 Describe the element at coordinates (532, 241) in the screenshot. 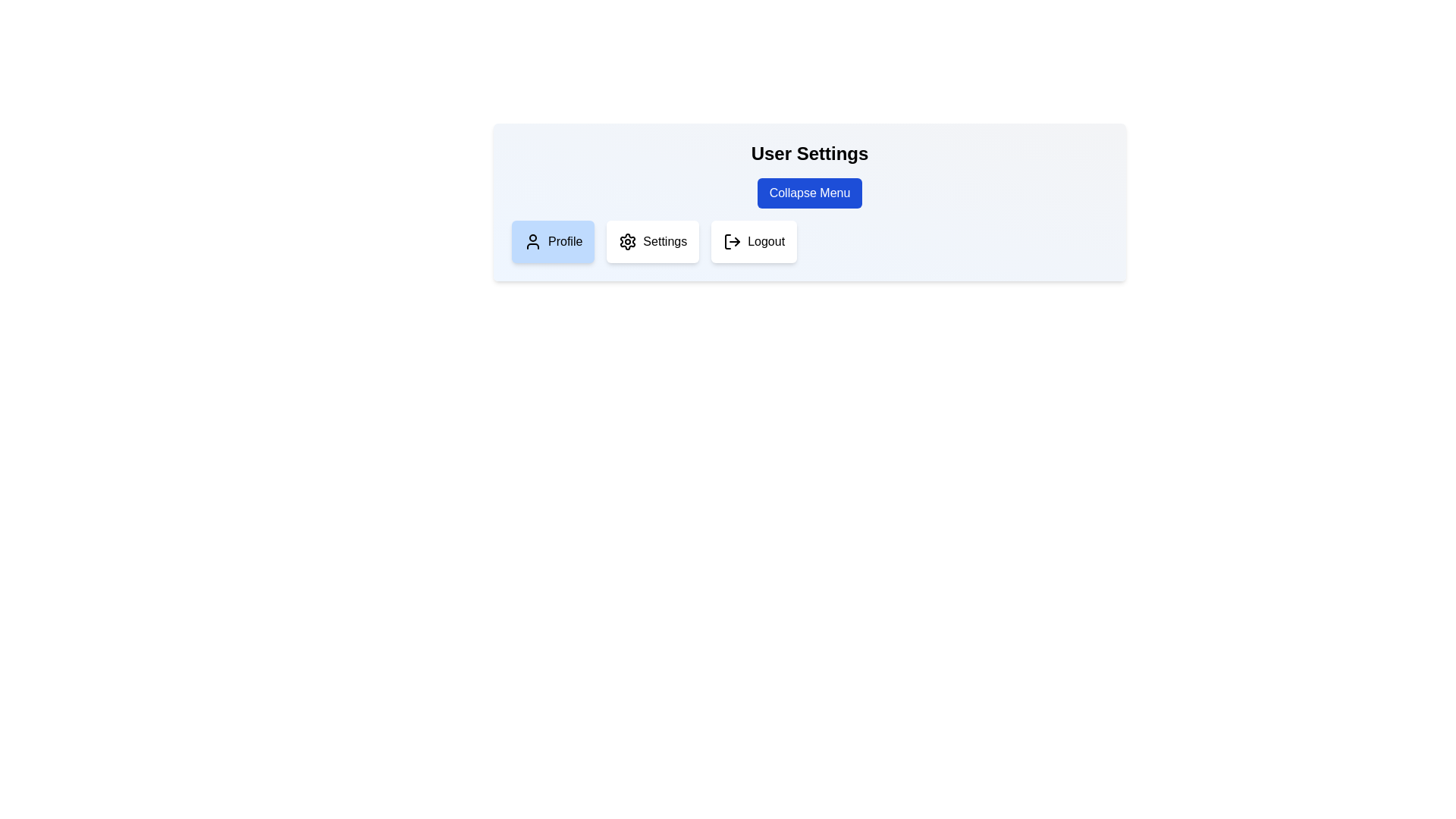

I see `the Profile icon to interact with it` at that location.